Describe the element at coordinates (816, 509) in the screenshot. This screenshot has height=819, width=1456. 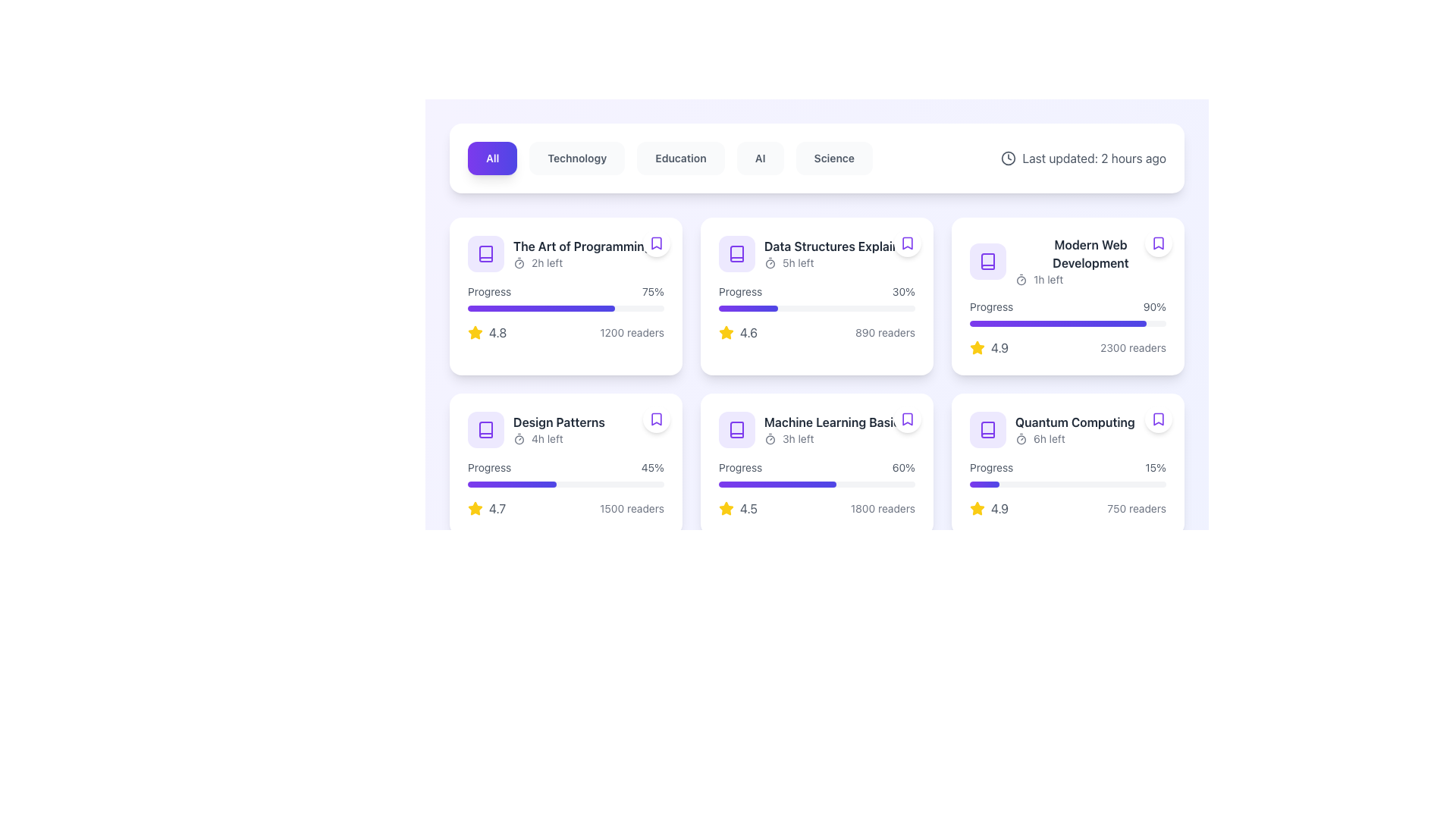
I see `the Rating and reader count display for the course 'Machine Learning Basics', which shows a rating of 4.5 stars and 1800 readers, located at the bottom-right part of the card` at that location.